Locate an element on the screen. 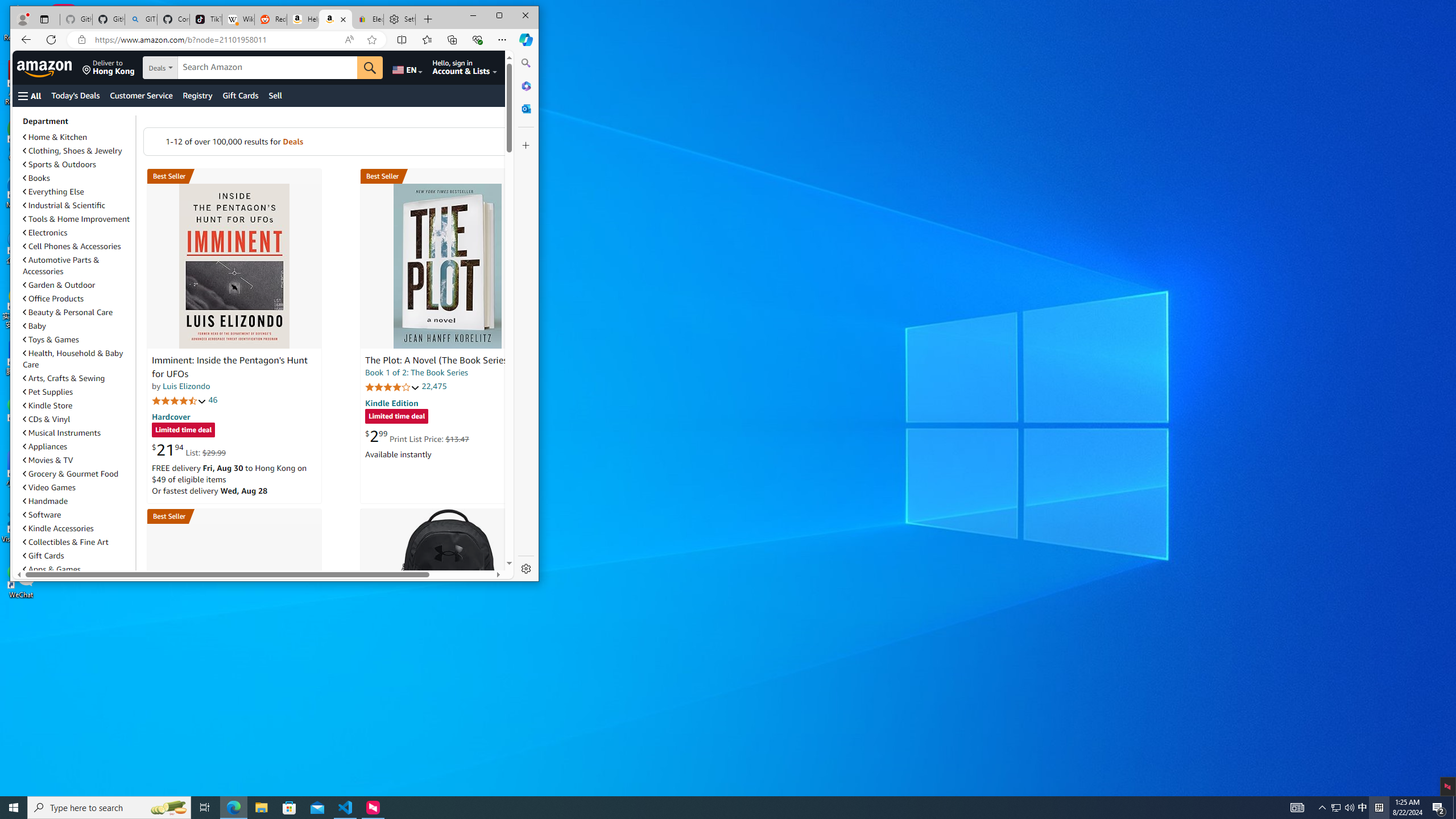 The height and width of the screenshot is (819, 1456). 'Wikipedia, the free encyclopedia' is located at coordinates (237, 19).